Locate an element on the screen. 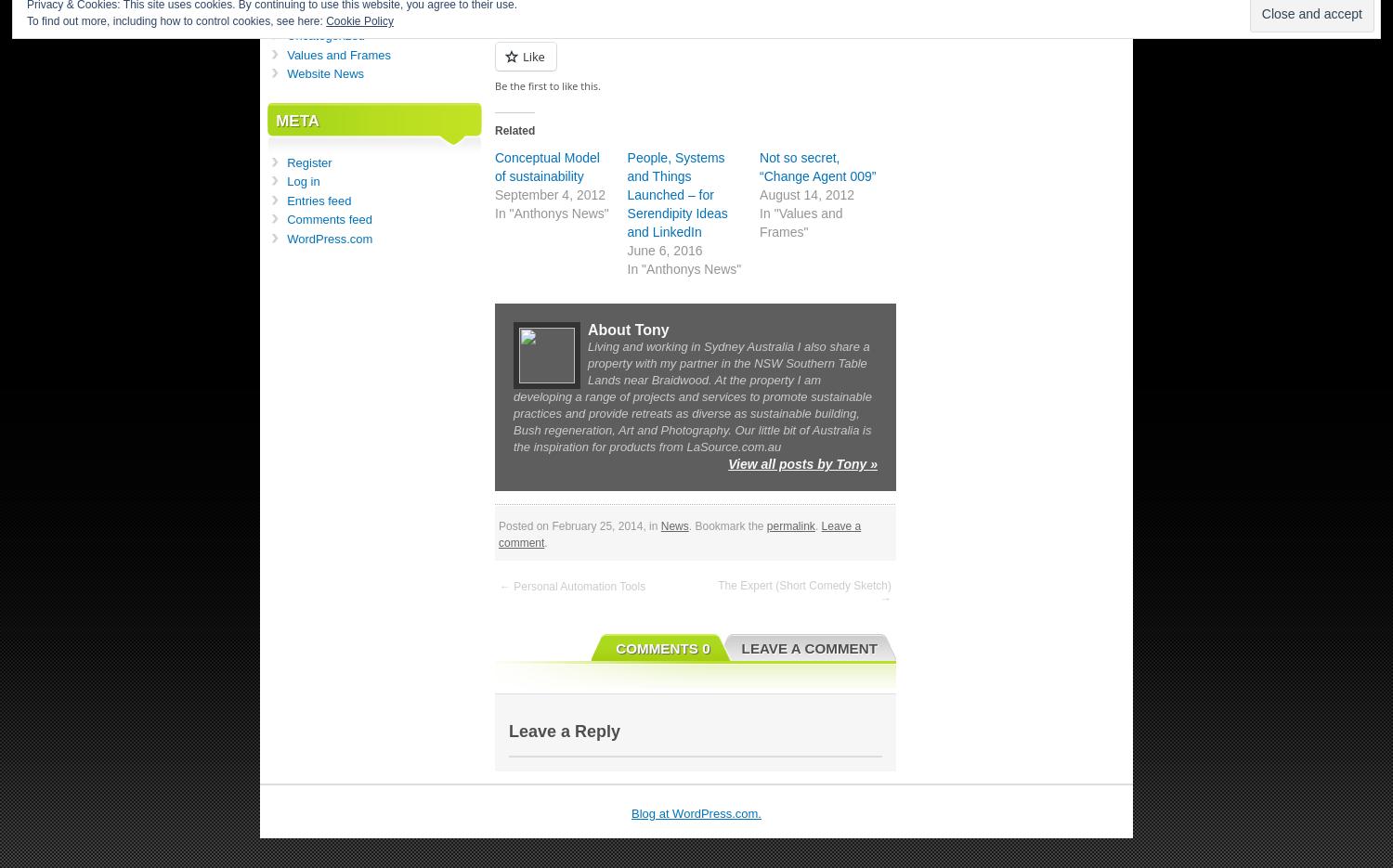  'Entries feed' is located at coordinates (318, 200).